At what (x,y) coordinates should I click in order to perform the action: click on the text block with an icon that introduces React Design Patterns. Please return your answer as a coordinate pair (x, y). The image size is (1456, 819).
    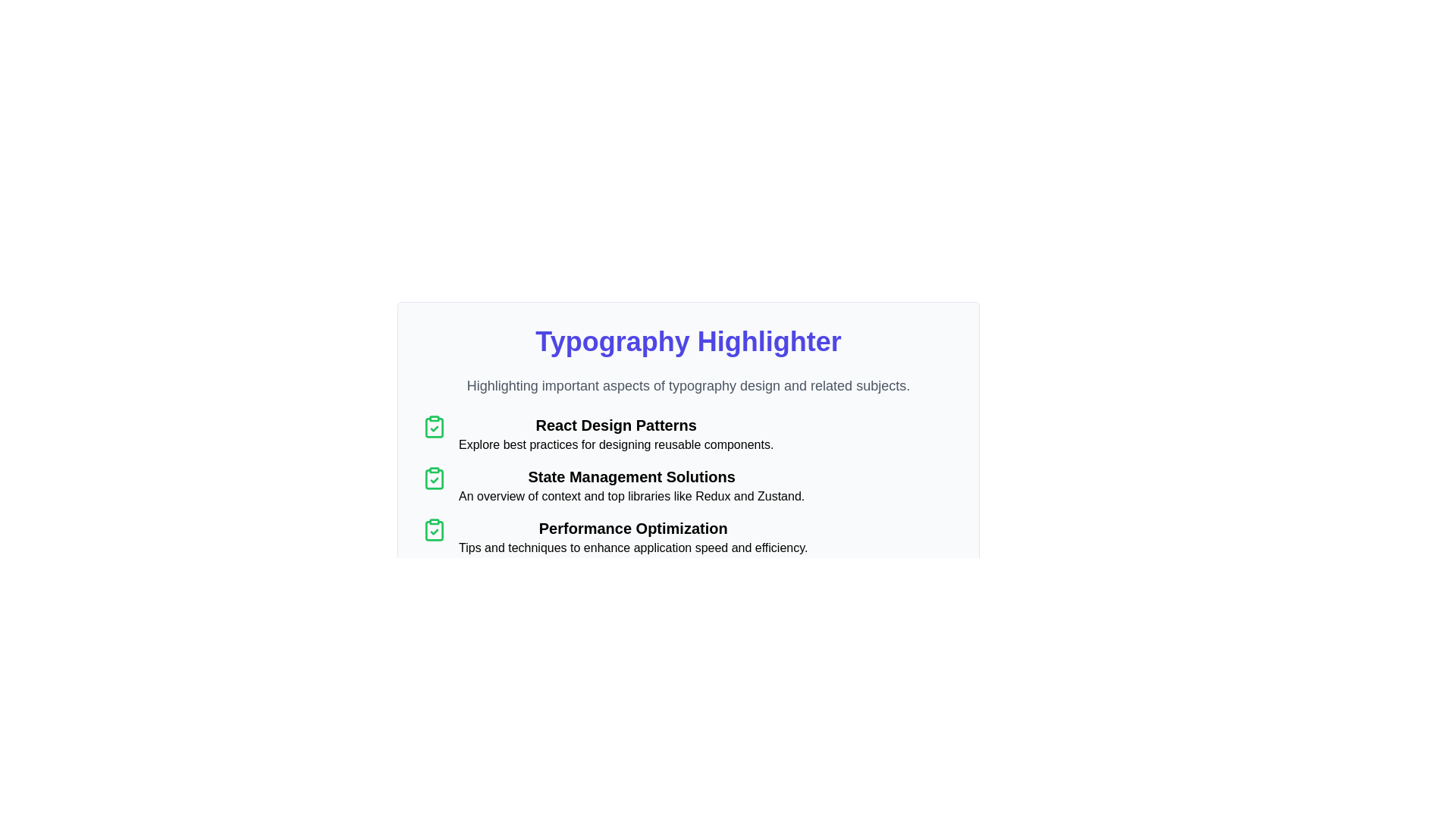
    Looking at the image, I should click on (687, 435).